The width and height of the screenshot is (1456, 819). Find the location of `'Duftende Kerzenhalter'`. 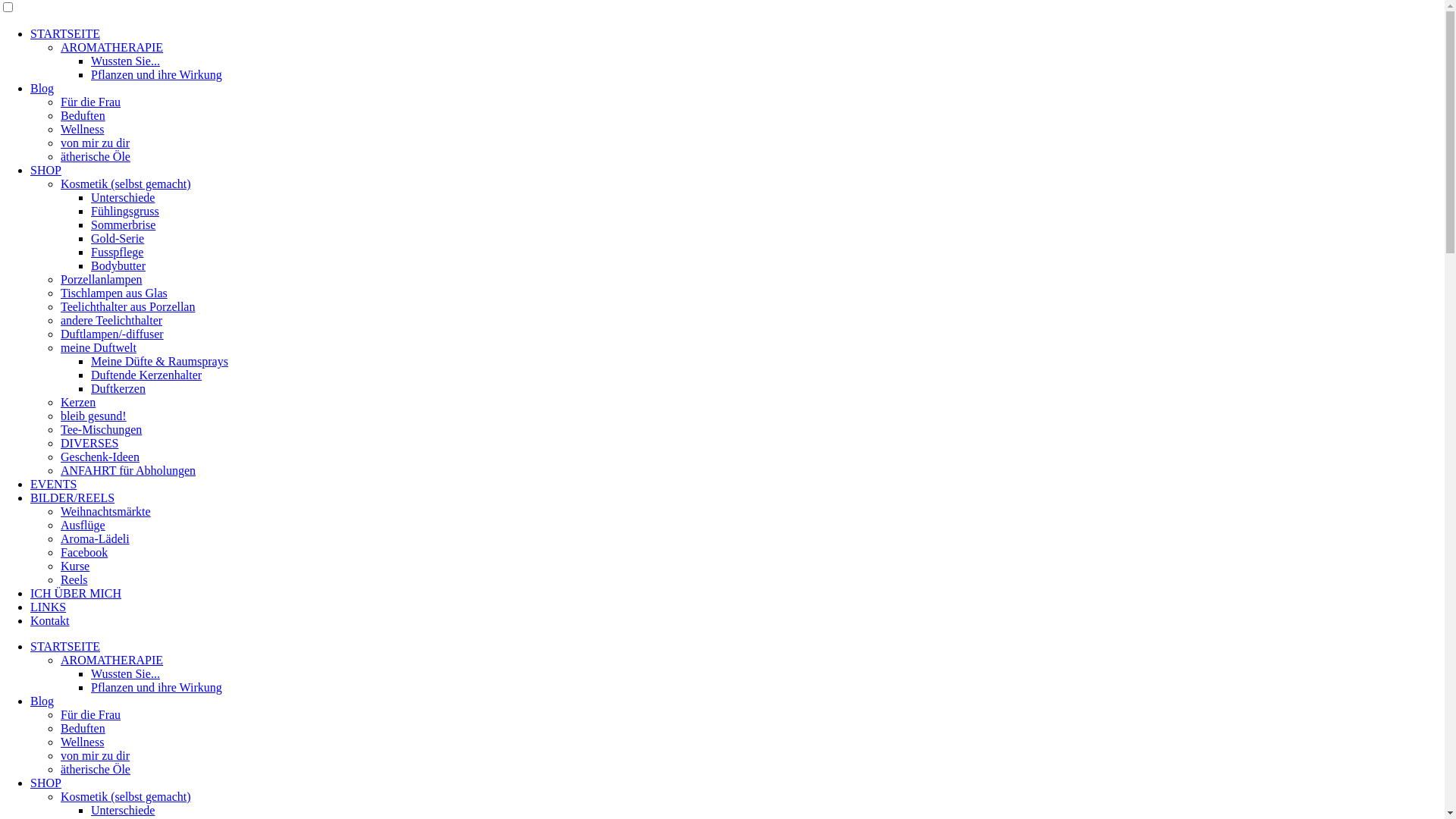

'Duftende Kerzenhalter' is located at coordinates (146, 375).